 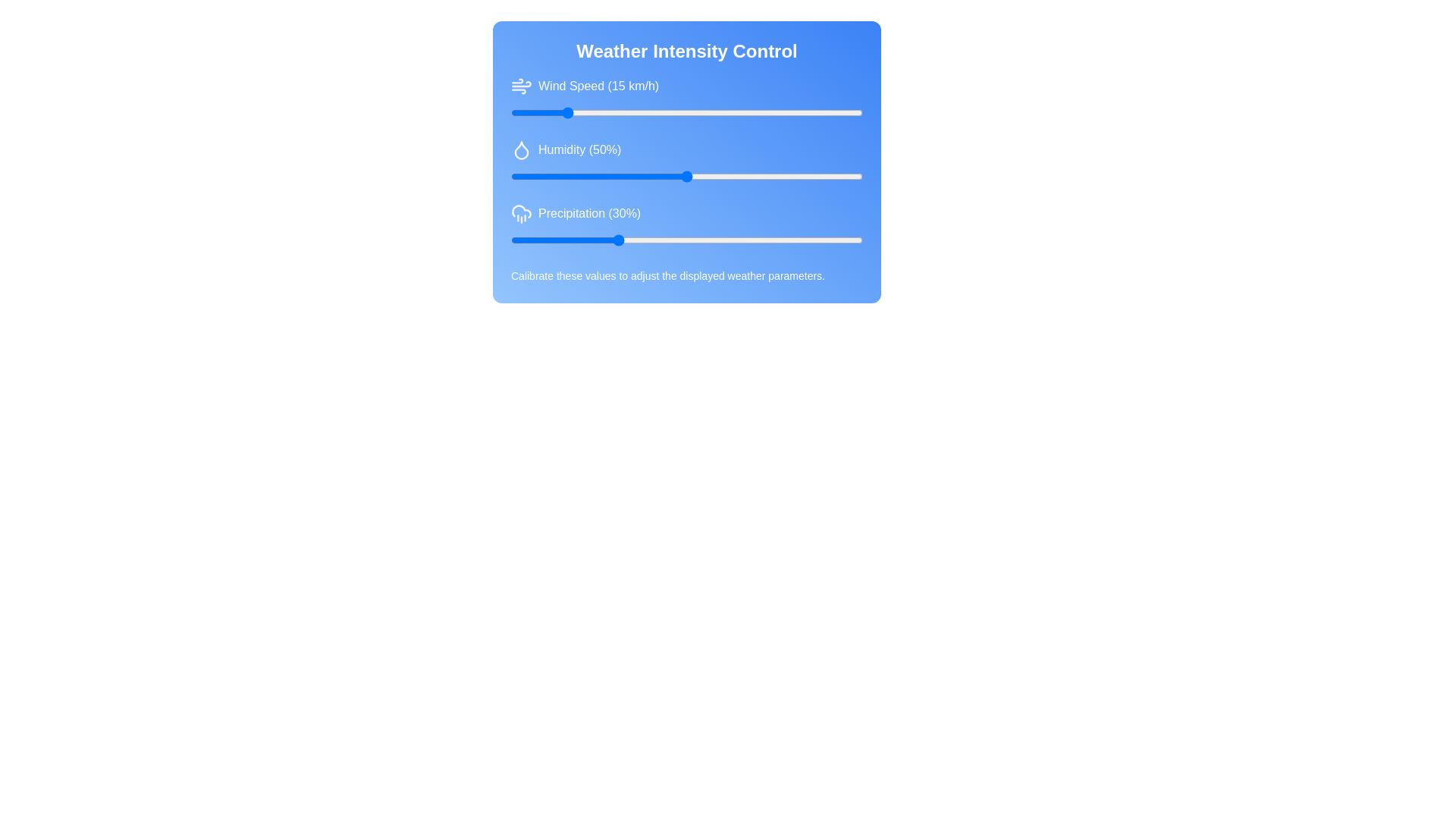 What do you see at coordinates (700, 175) in the screenshot?
I see `the humidity level` at bounding box center [700, 175].